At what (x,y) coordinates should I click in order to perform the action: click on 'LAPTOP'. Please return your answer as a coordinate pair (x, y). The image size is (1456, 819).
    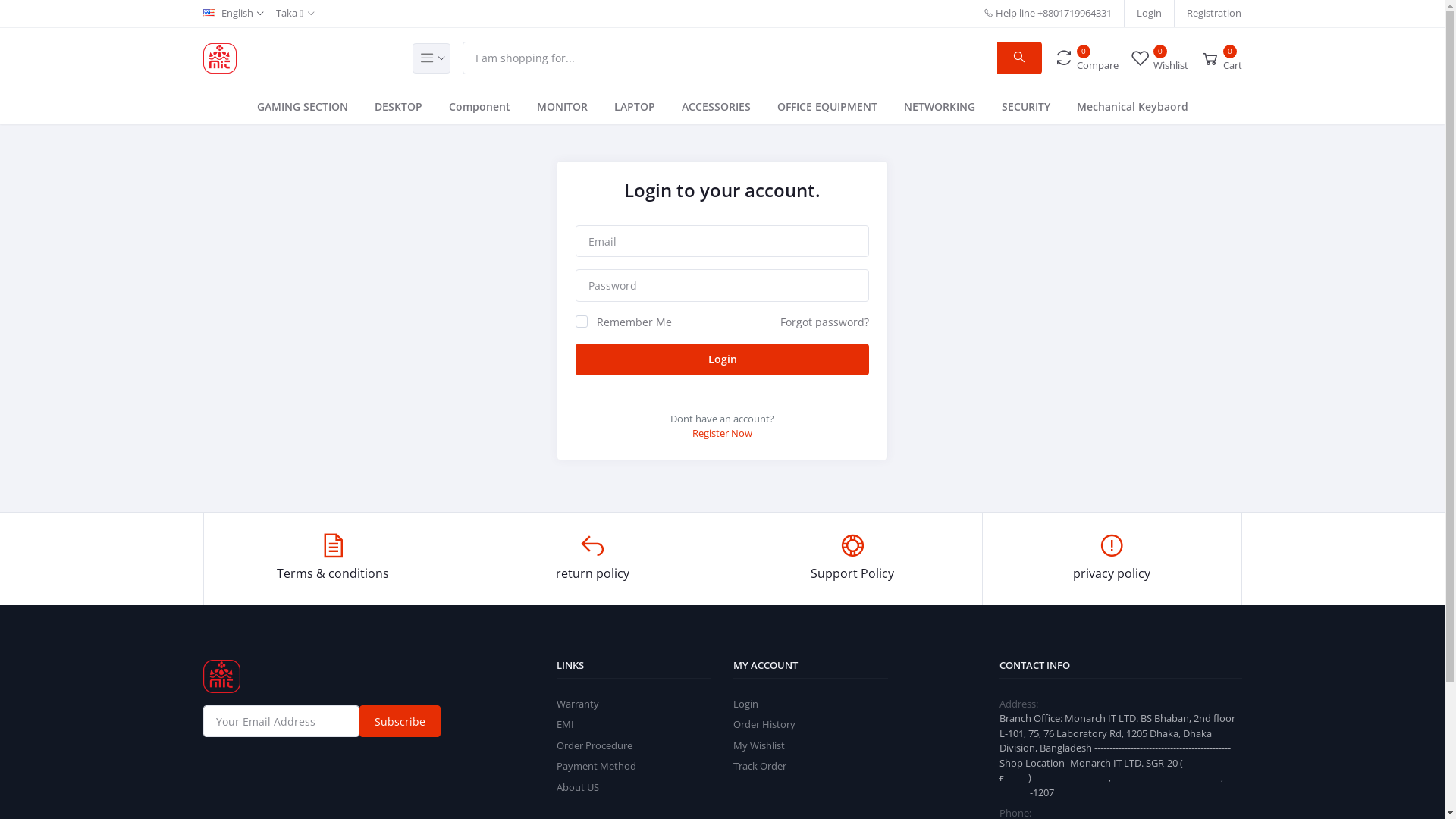
    Looking at the image, I should click on (634, 105).